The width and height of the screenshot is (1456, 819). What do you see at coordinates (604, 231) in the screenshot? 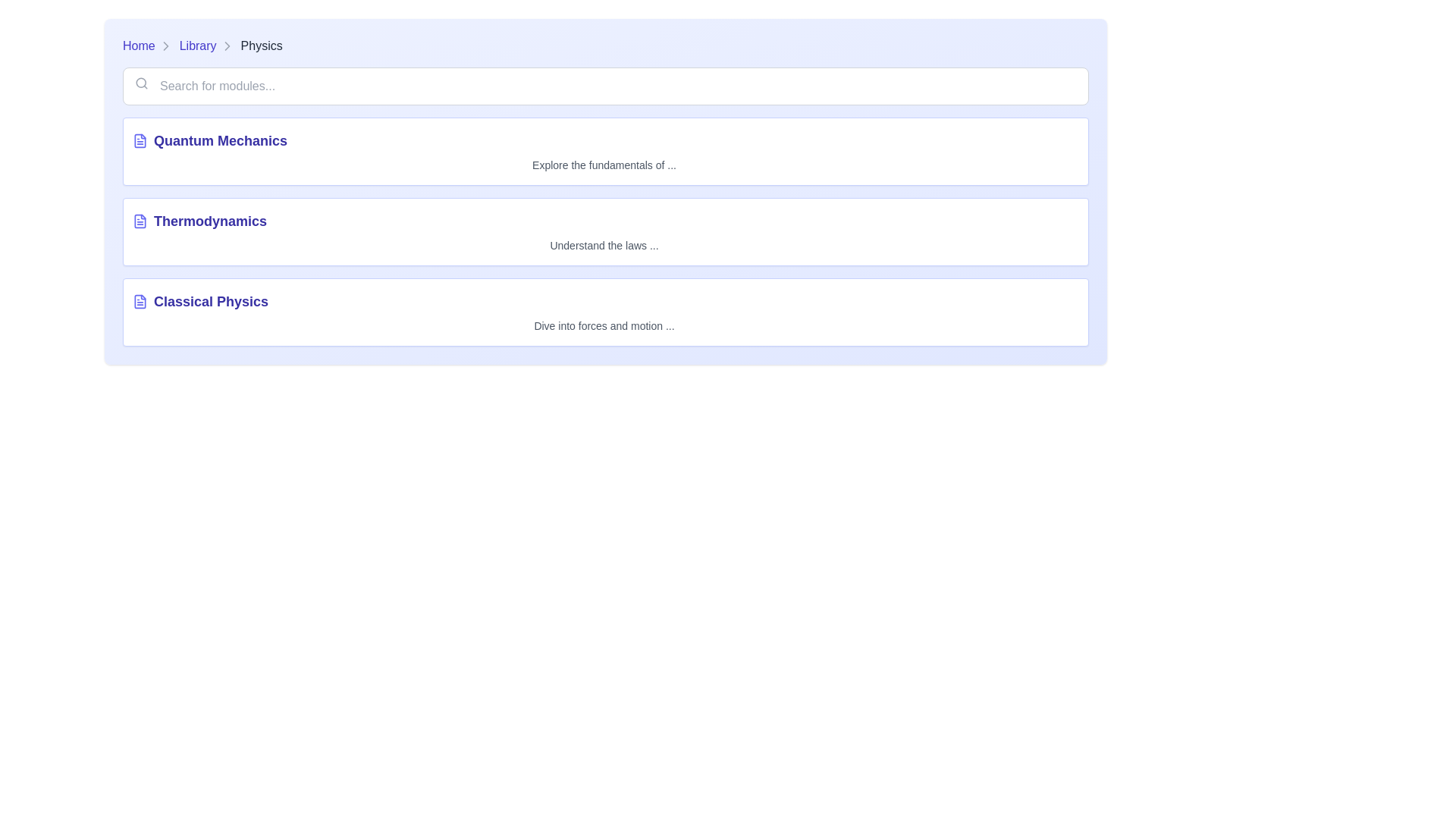
I see `the second selectable list item in the vertical list, which is related to thermodynamics and positioned between 'Quantum Mechanics' and 'Classical Physics'` at bounding box center [604, 231].